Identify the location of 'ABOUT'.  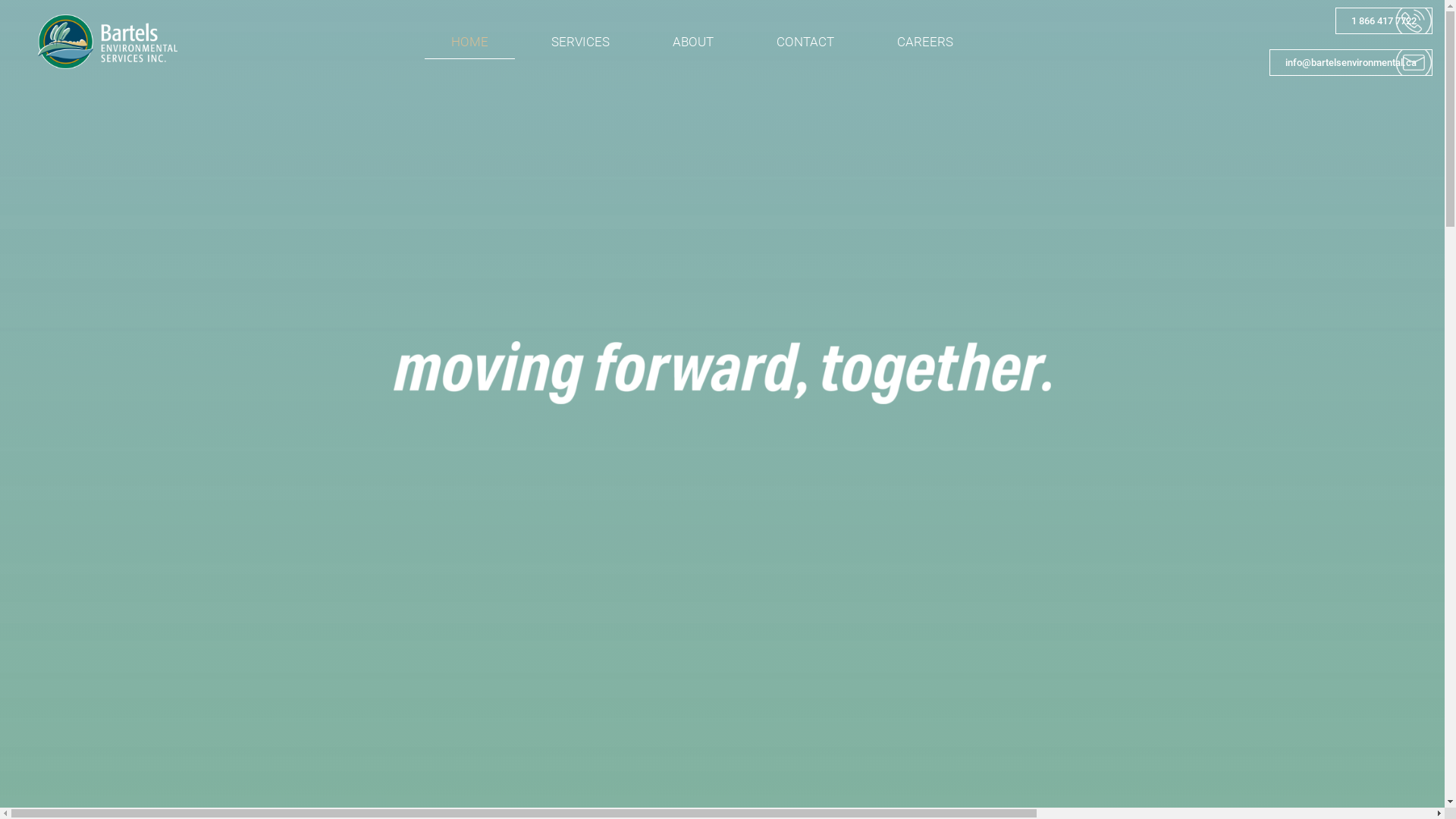
(692, 40).